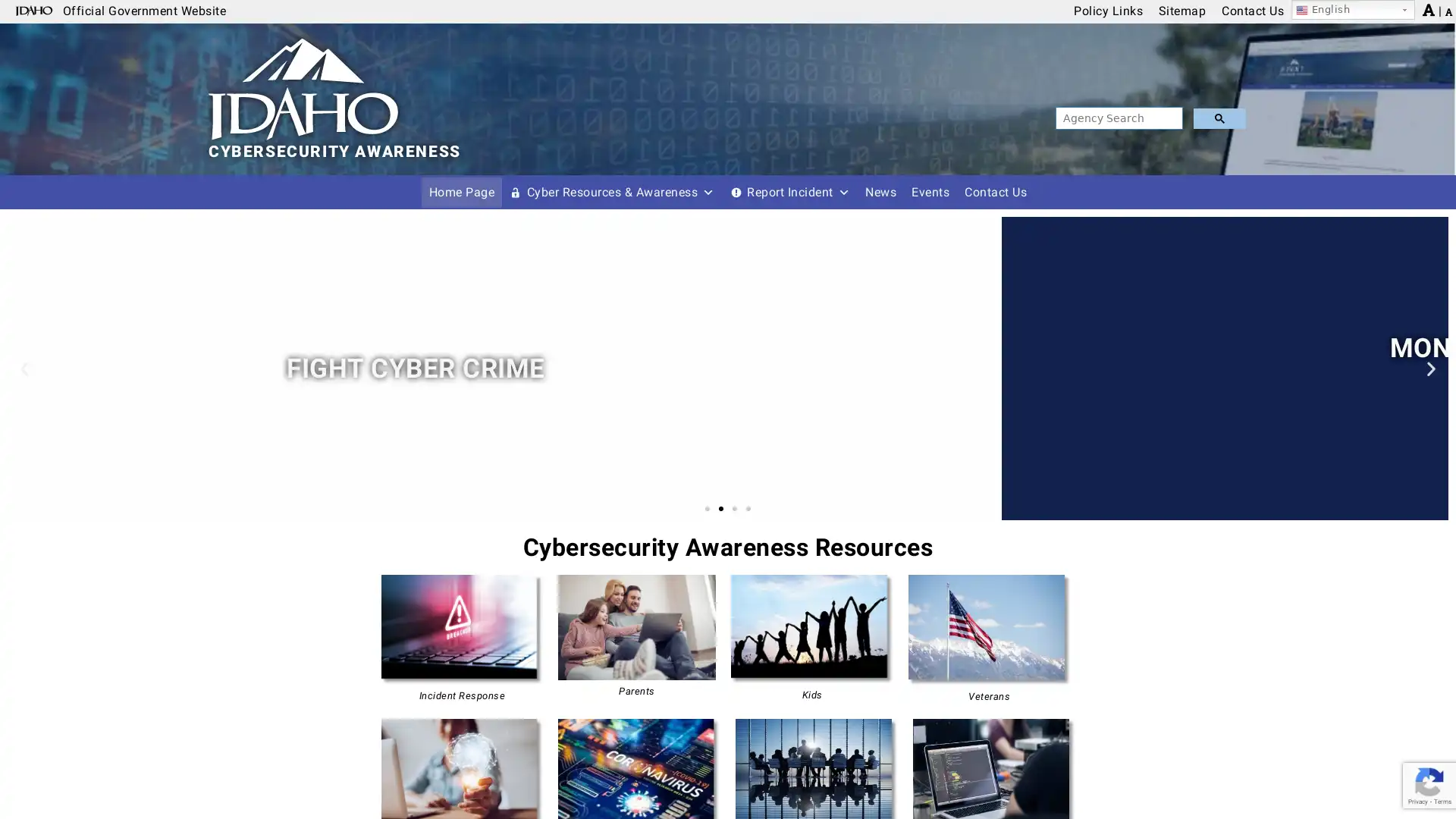  What do you see at coordinates (735, 509) in the screenshot?
I see `Go to slide 3` at bounding box center [735, 509].